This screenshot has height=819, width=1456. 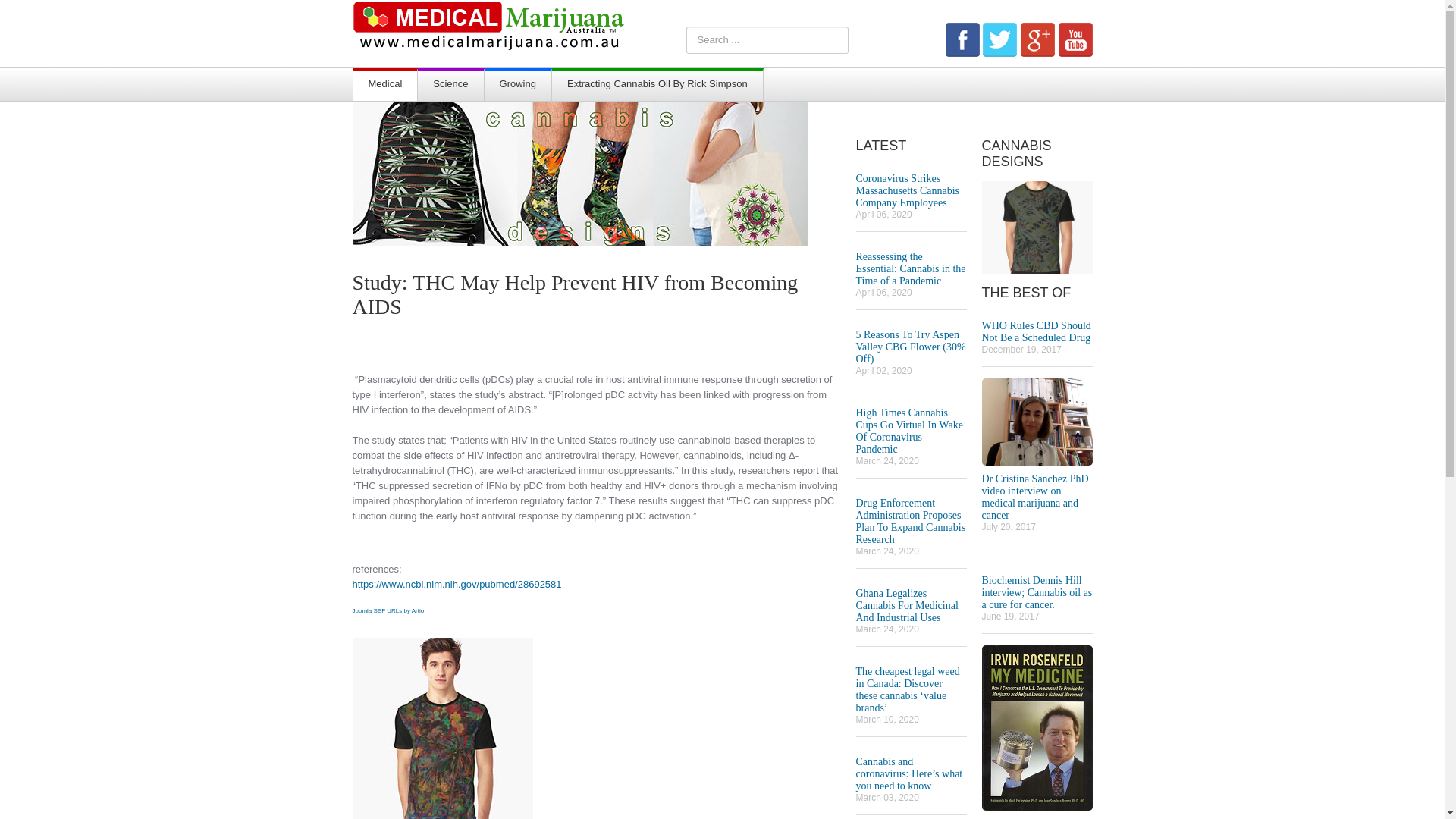 What do you see at coordinates (981, 331) in the screenshot?
I see `'WHO Rules CBD Should Not Be a Scheduled Drug'` at bounding box center [981, 331].